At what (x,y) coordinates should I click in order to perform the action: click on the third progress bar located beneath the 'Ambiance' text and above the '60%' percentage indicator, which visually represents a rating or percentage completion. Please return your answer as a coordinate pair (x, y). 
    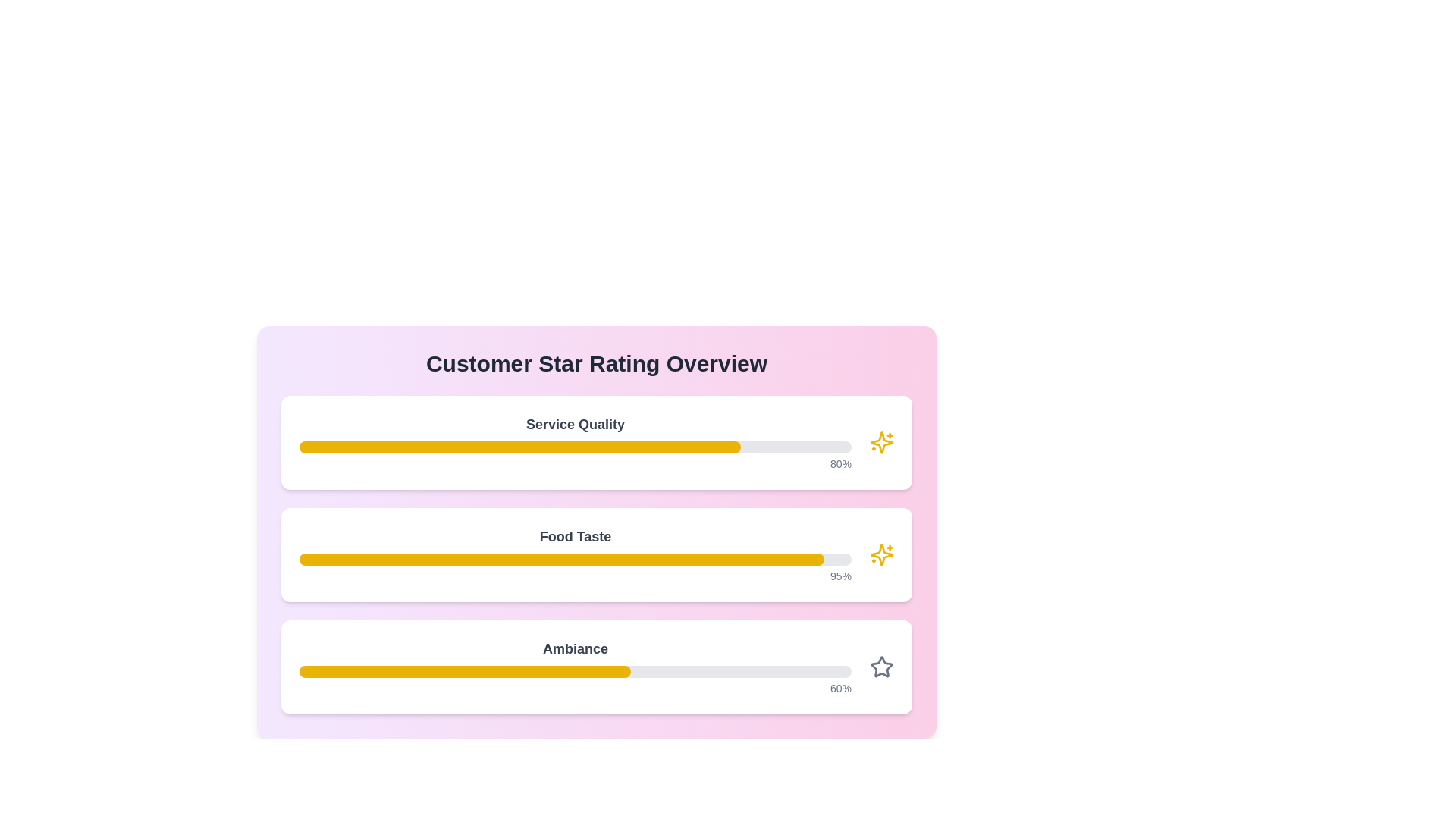
    Looking at the image, I should click on (574, 671).